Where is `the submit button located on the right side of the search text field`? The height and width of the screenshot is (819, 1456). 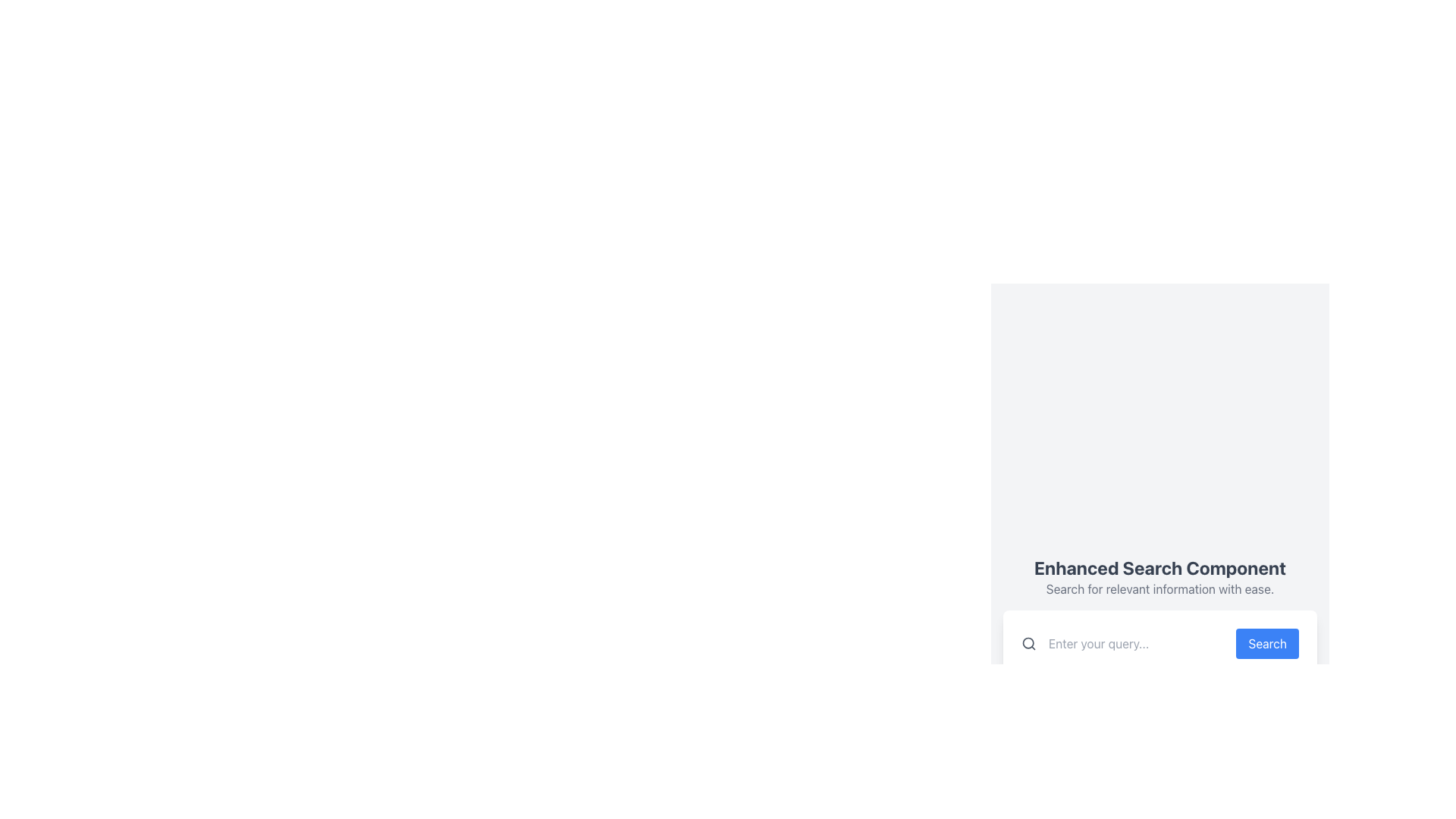 the submit button located on the right side of the search text field is located at coordinates (1267, 643).